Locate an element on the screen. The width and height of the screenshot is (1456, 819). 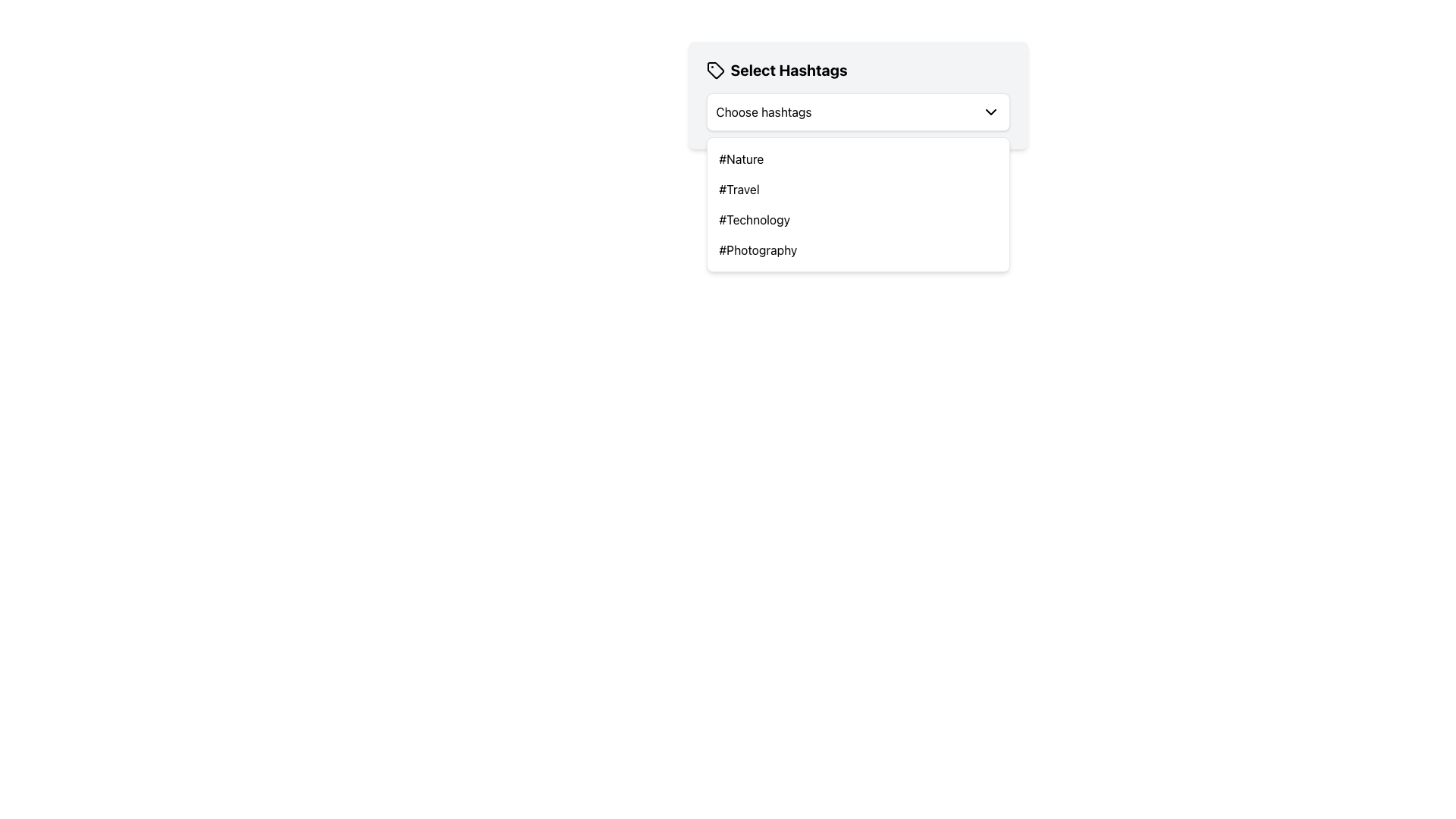
the '#Photography' dropdown menu item by pressing the associated keyboard key is located at coordinates (858, 249).